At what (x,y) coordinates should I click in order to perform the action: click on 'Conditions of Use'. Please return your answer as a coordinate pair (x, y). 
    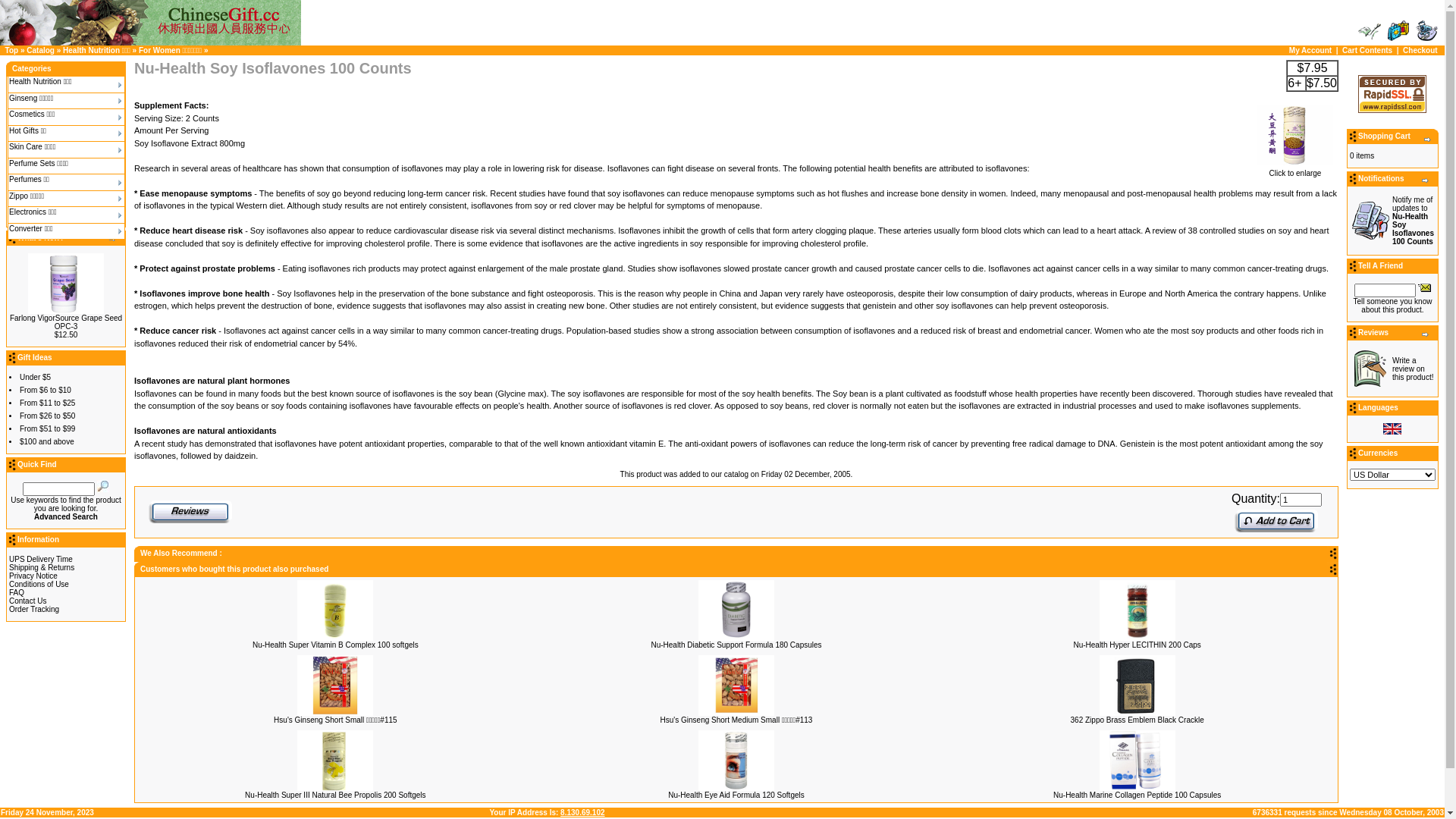
    Looking at the image, I should click on (39, 583).